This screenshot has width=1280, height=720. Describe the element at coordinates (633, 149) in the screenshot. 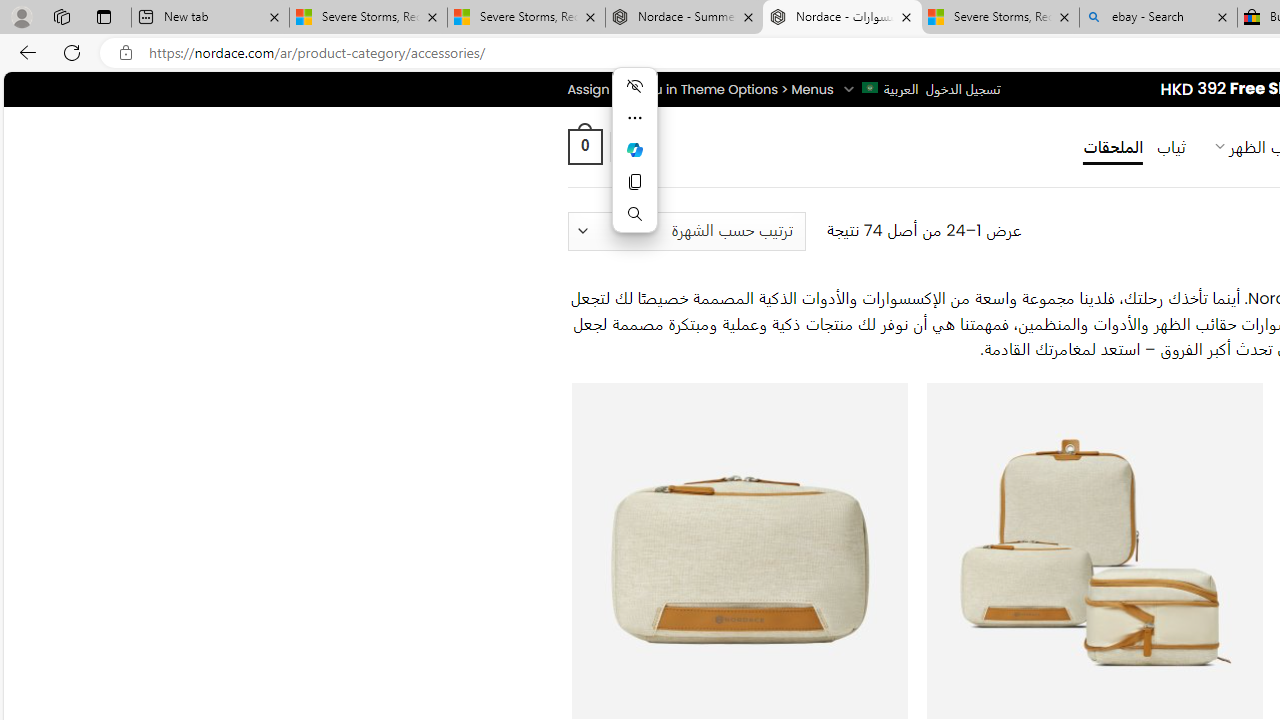

I see `'Ask Copilot'` at that location.